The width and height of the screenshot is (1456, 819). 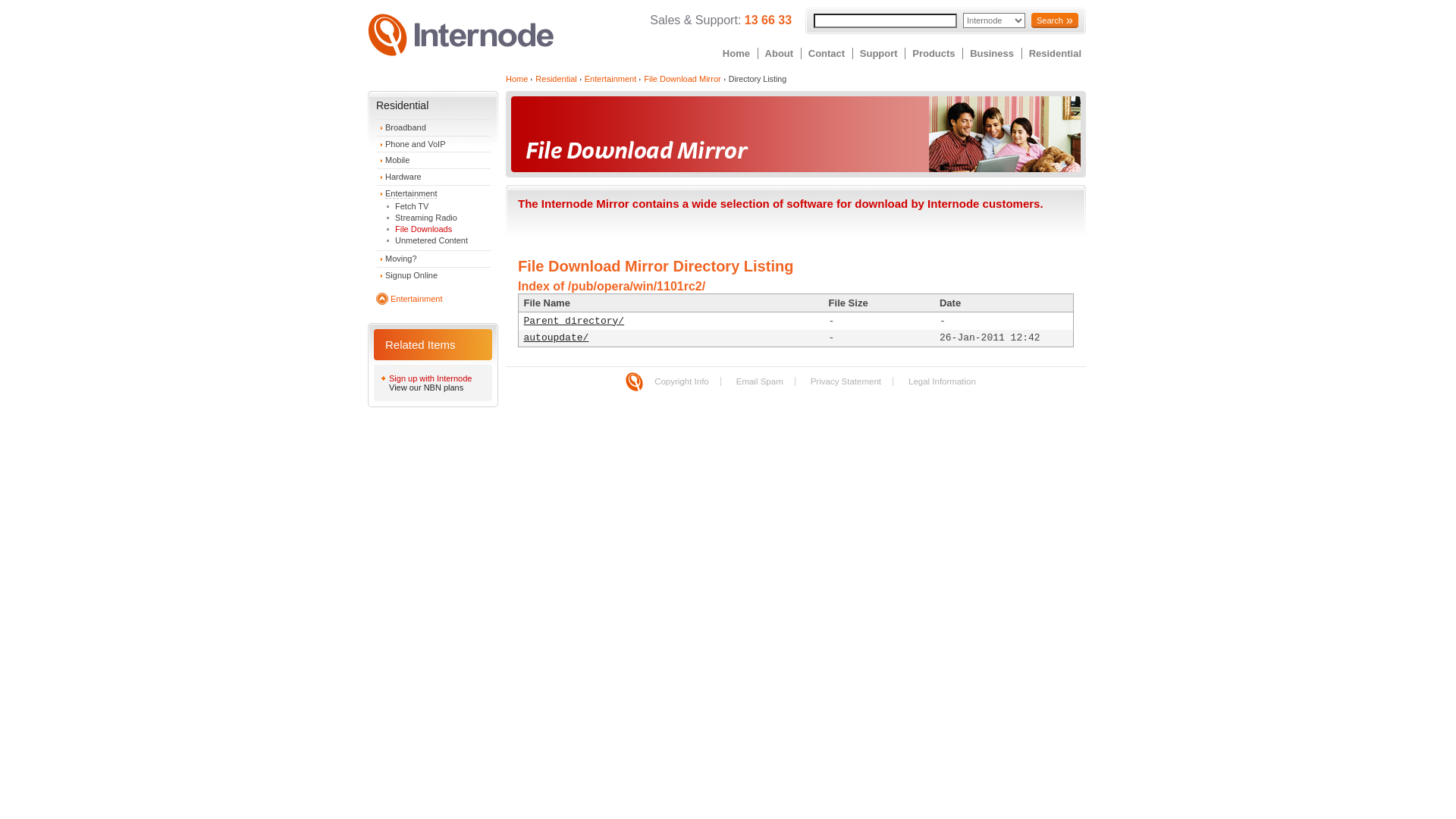 What do you see at coordinates (506, 79) in the screenshot?
I see `'Home'` at bounding box center [506, 79].